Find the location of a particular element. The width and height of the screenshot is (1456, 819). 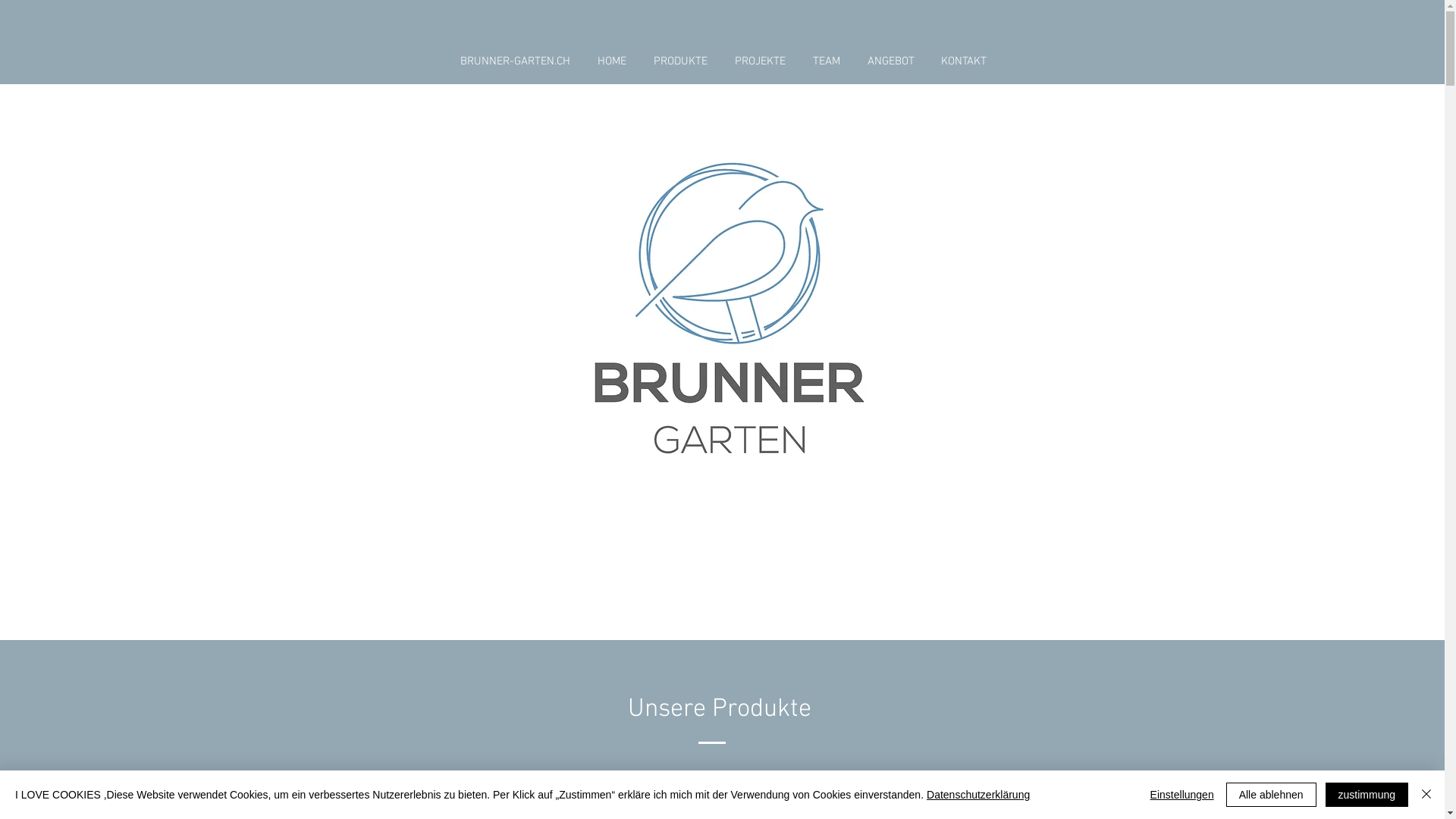

'PROJEKTE' is located at coordinates (759, 61).